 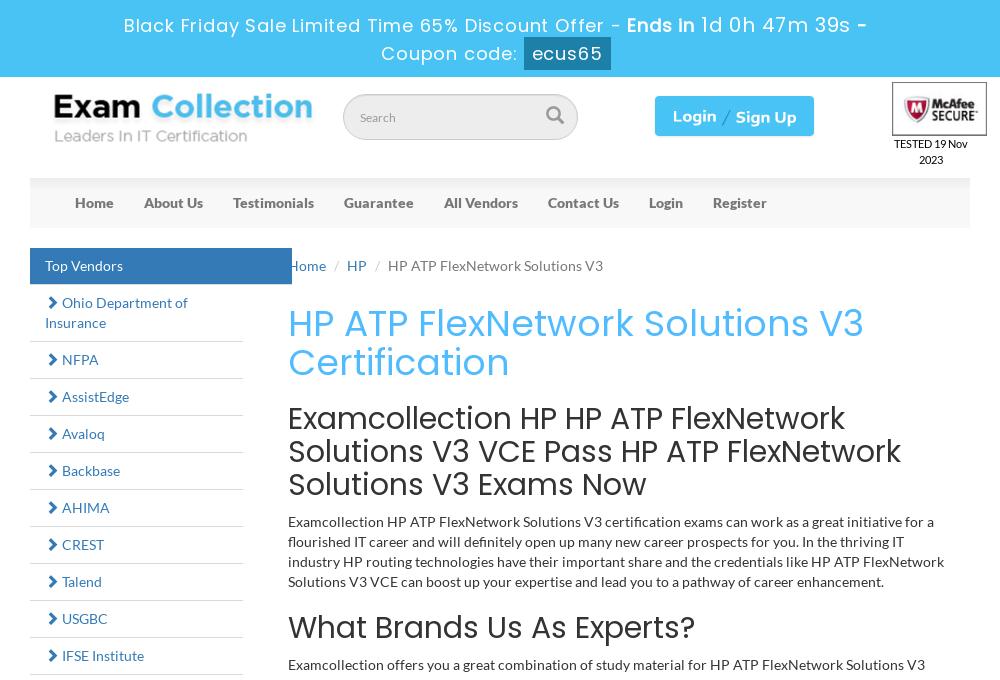 What do you see at coordinates (666, 200) in the screenshot?
I see `'Login'` at bounding box center [666, 200].